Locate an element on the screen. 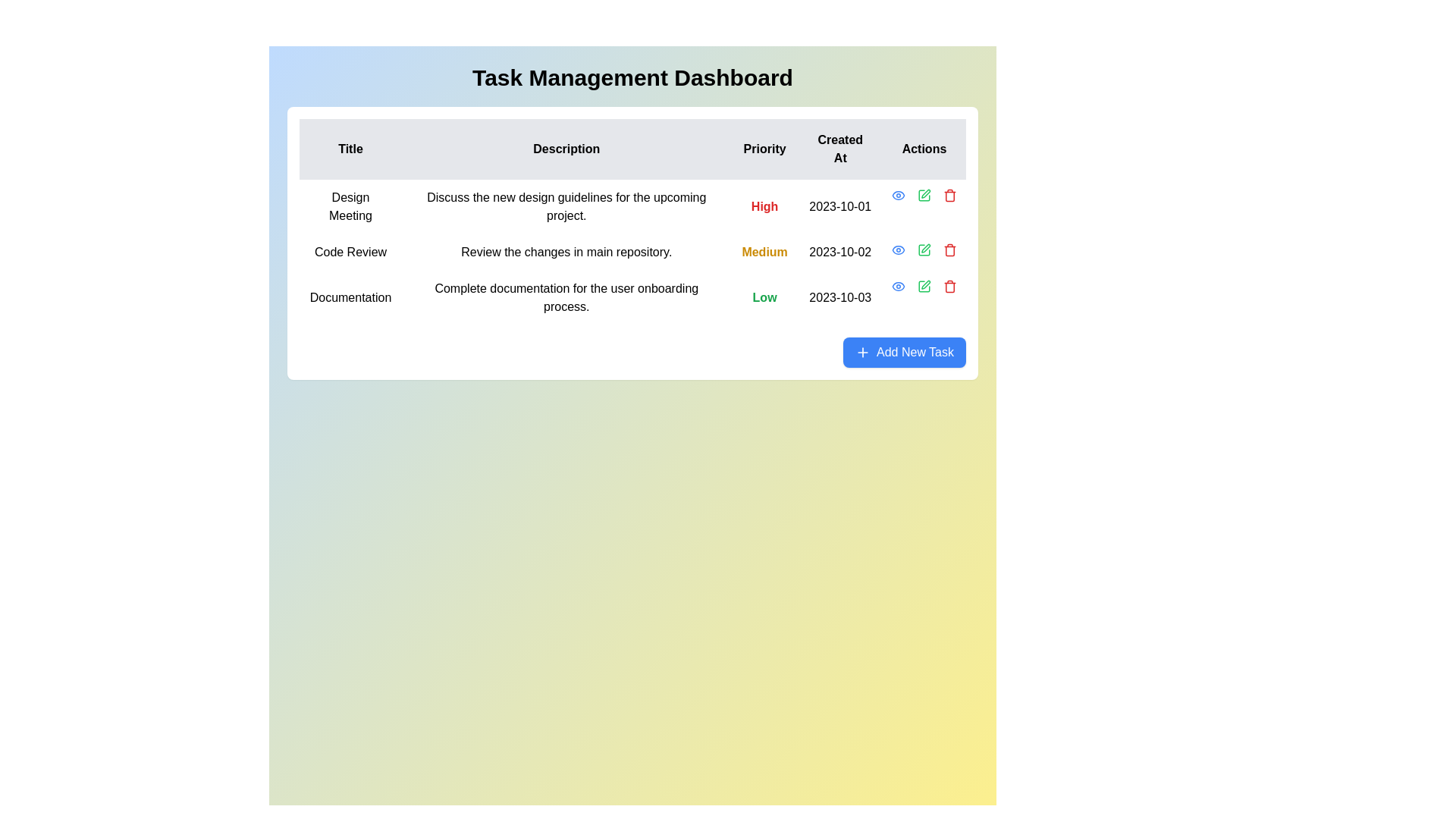 This screenshot has height=819, width=1456. the third row of the task table, which contains details about a task entry, within the table is located at coordinates (632, 298).